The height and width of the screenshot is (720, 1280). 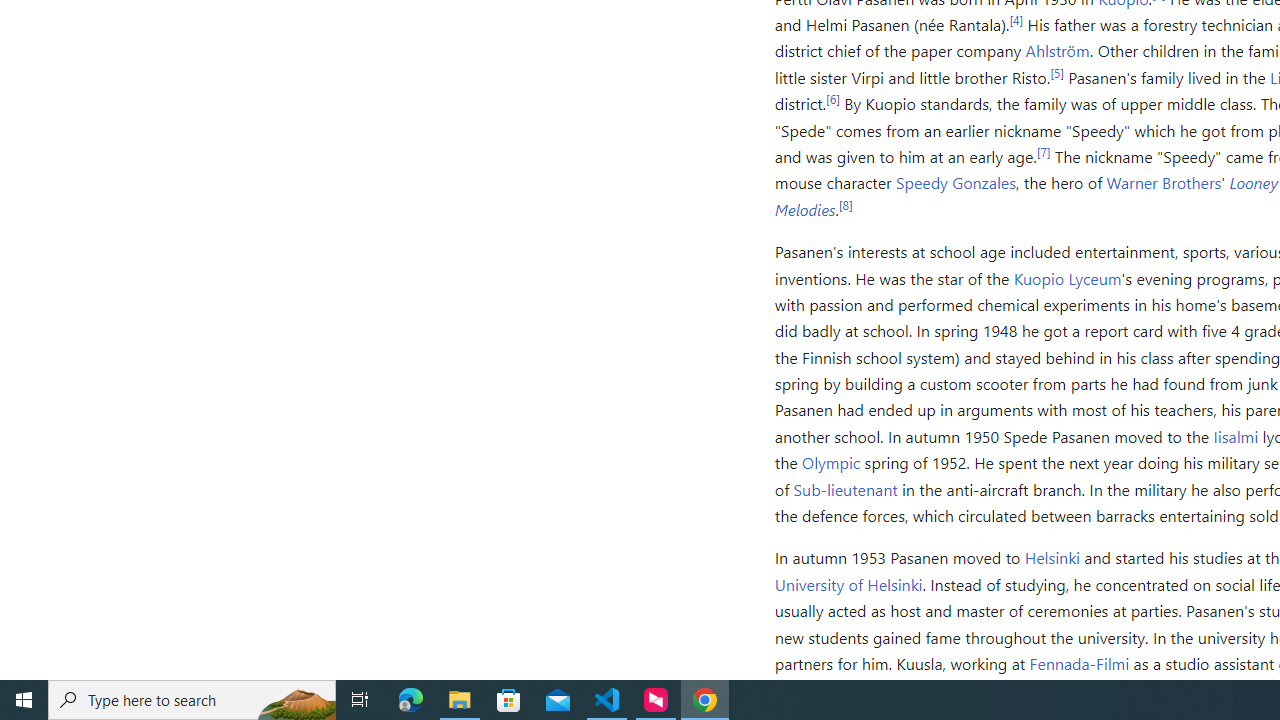 I want to click on '[4]', so click(x=1016, y=19).